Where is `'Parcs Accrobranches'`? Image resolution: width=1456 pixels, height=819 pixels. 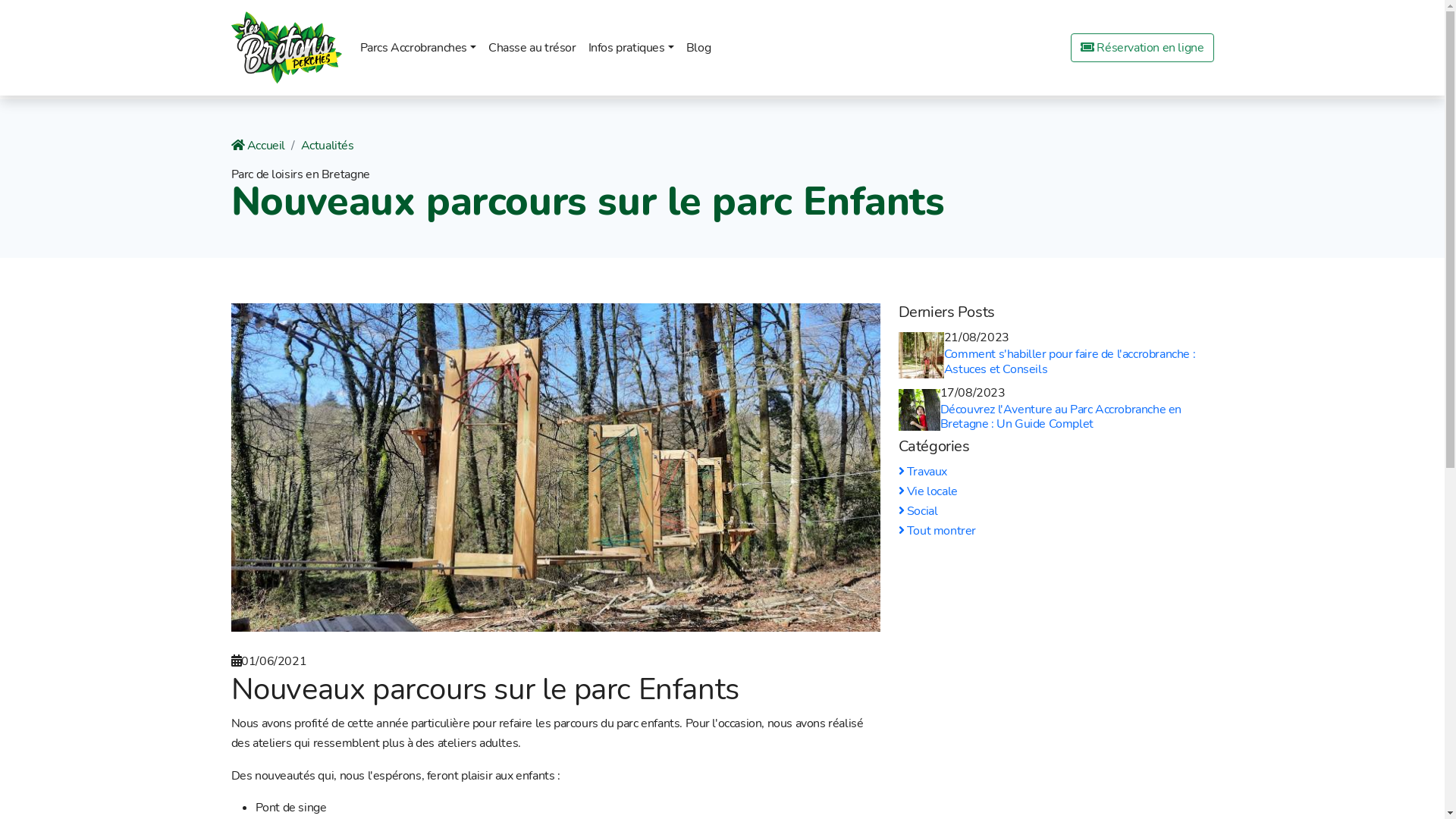
'Parcs Accrobranches' is located at coordinates (418, 46).